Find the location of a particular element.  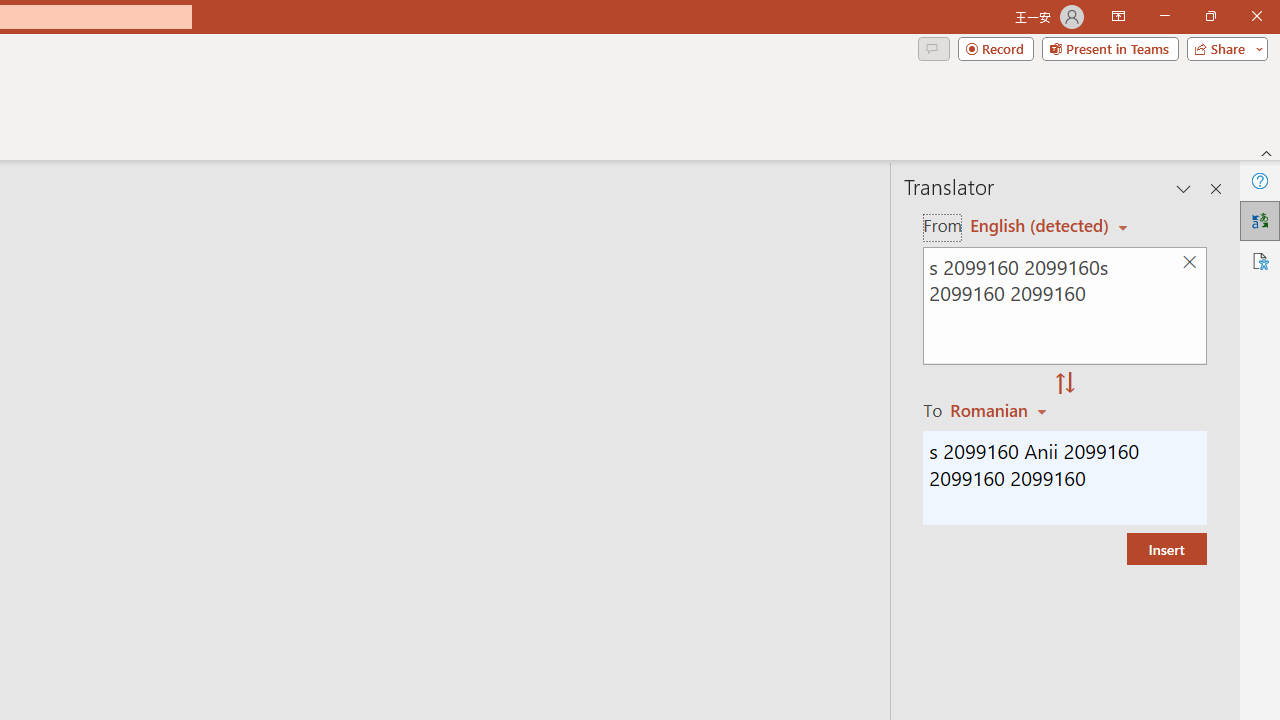

'Czech (detected)' is located at coordinates (1040, 225).